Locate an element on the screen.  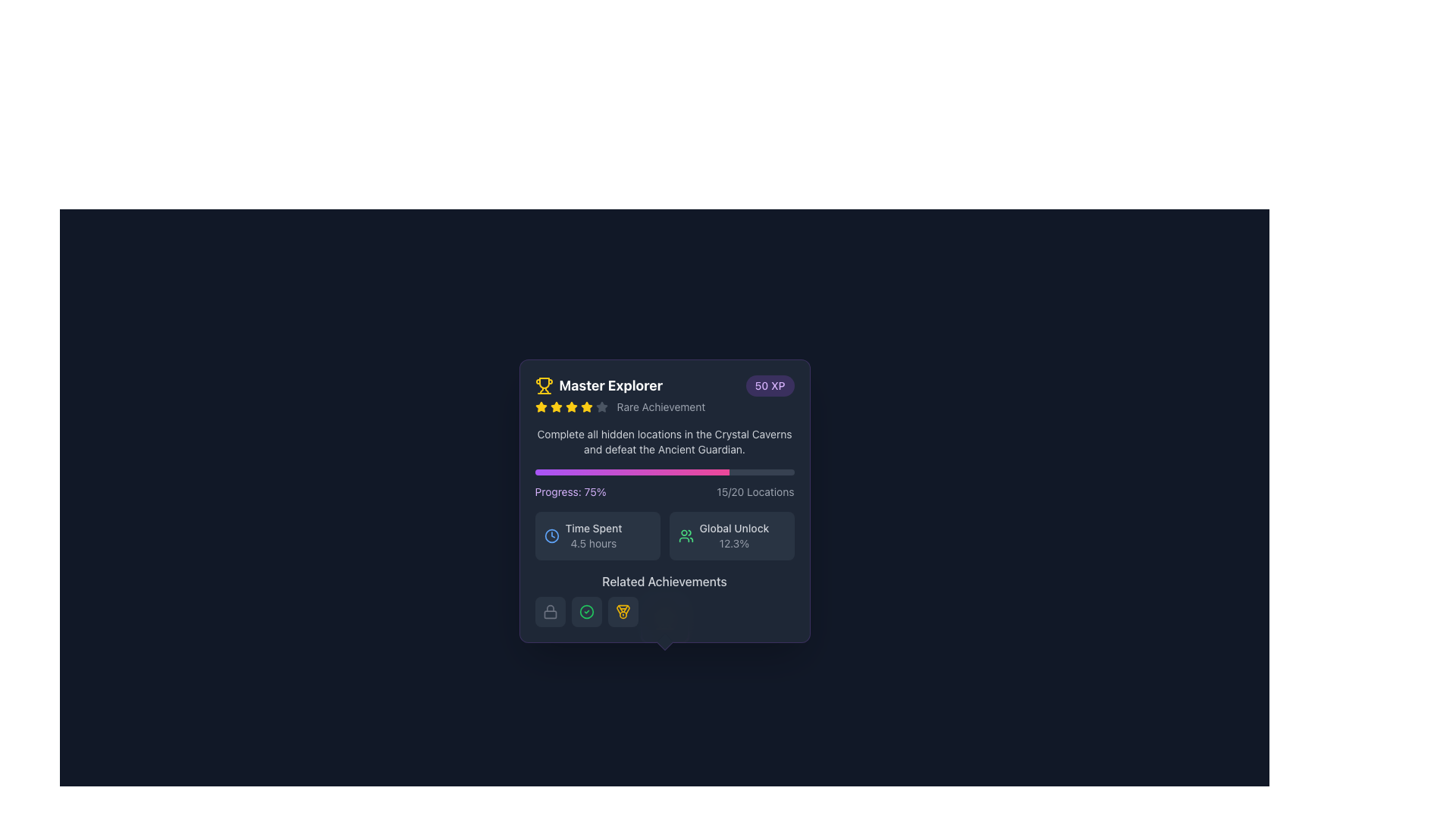
the lock icon located at the bottom portion of the informational card, which signifies a security-related feature and is the first icon is located at coordinates (549, 610).